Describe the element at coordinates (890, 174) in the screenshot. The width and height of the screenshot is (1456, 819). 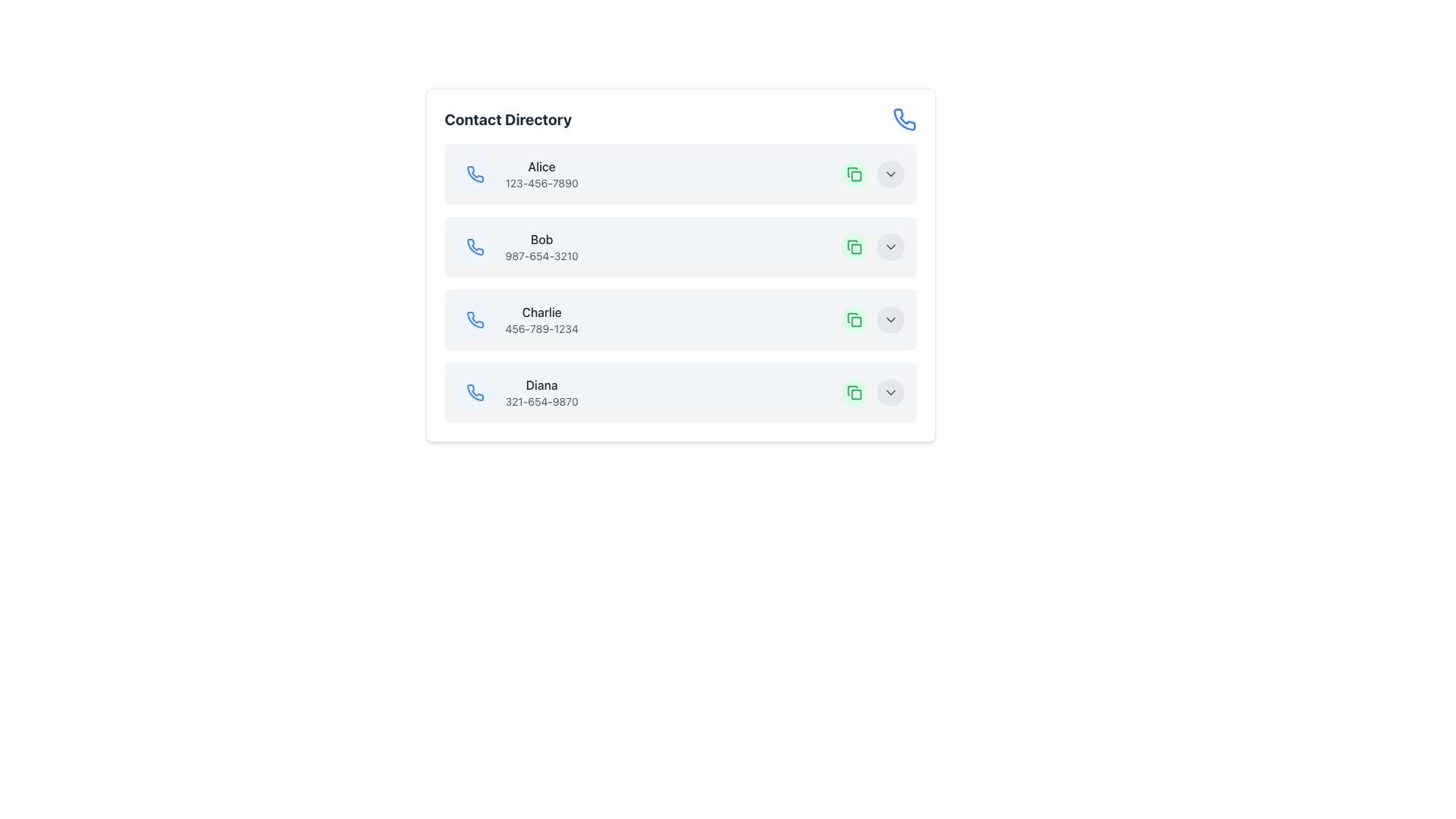
I see `the circular gray dropdown button with a downward arrow icon located at the far-right side of the row for the 'Alice' contact entry` at that location.